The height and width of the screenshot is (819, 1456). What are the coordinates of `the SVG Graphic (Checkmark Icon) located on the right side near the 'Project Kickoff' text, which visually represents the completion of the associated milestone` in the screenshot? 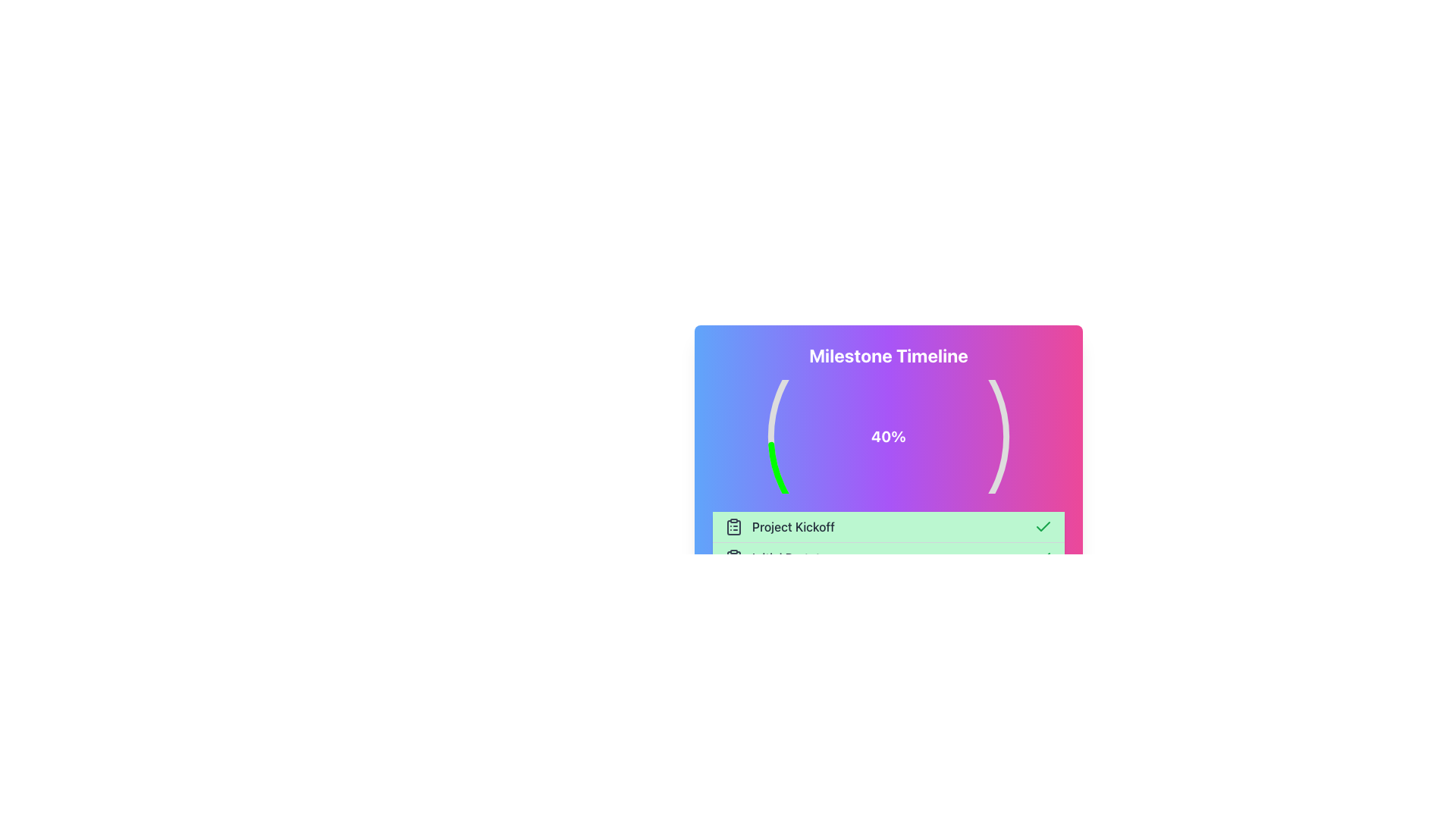 It's located at (1043, 557).